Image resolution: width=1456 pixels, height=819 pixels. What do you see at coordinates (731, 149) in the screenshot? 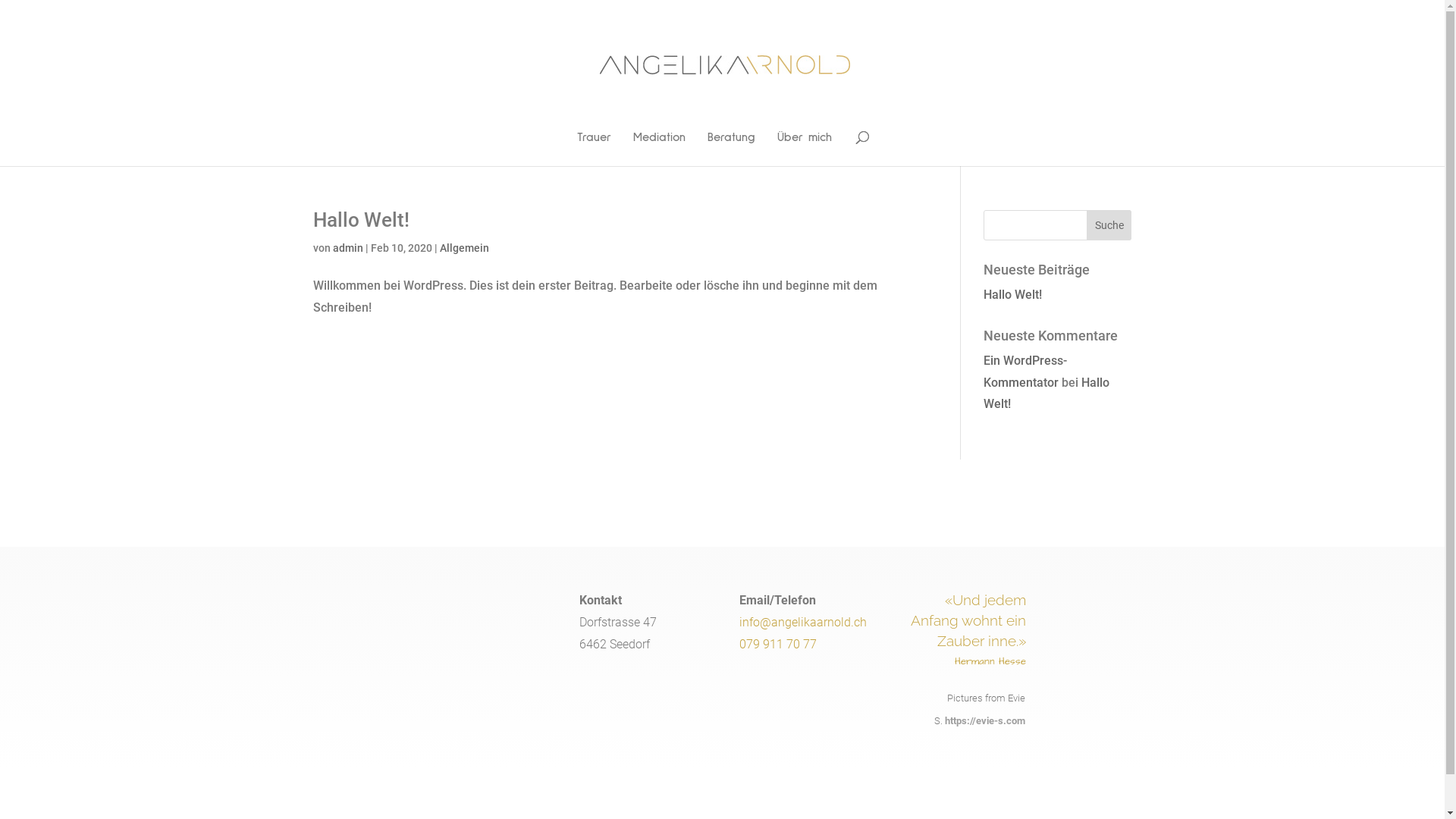
I see `'Beratung'` at bounding box center [731, 149].